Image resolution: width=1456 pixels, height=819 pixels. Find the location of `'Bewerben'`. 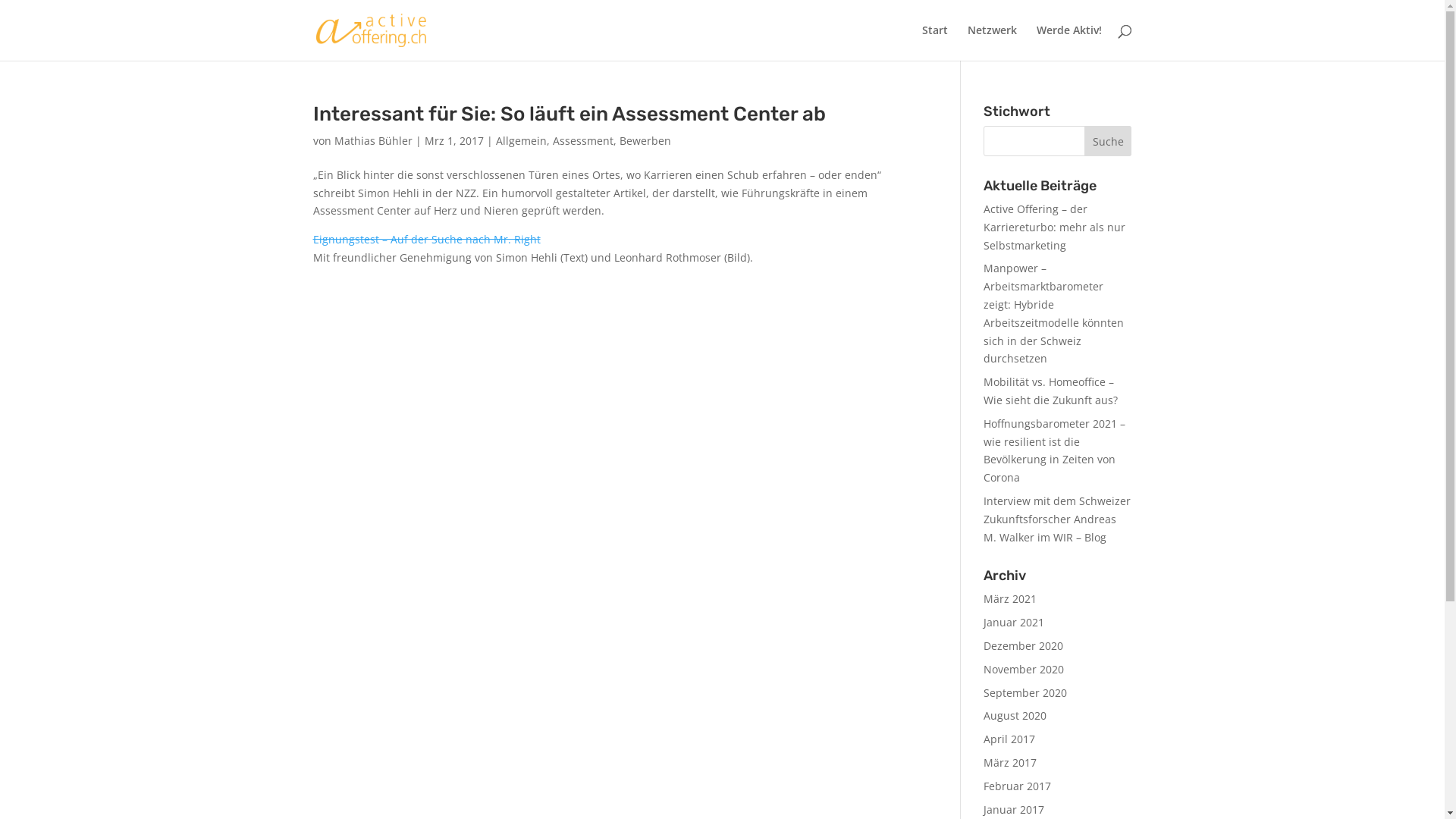

'Bewerben' is located at coordinates (644, 140).